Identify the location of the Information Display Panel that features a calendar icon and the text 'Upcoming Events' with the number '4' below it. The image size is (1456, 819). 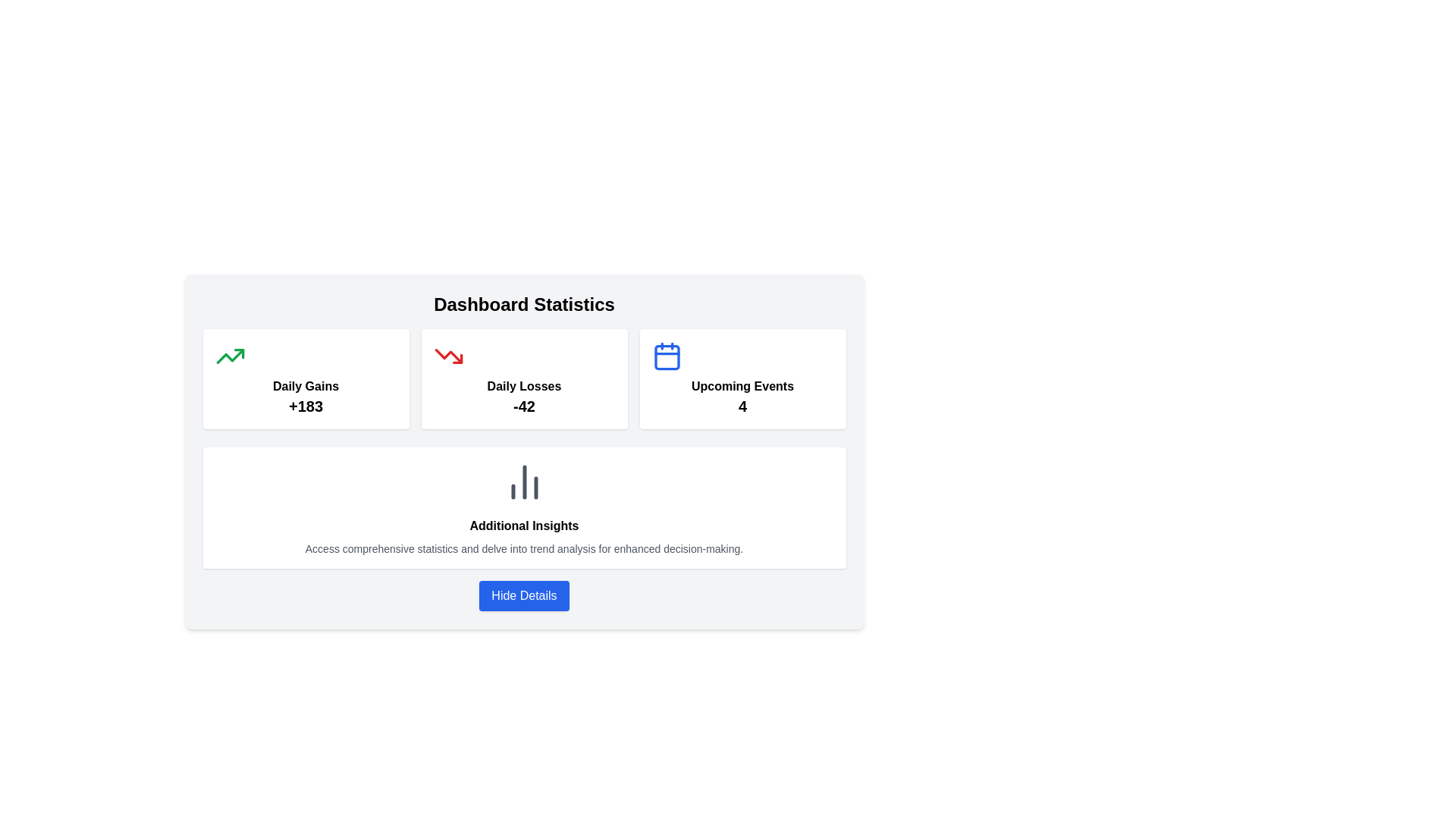
(742, 378).